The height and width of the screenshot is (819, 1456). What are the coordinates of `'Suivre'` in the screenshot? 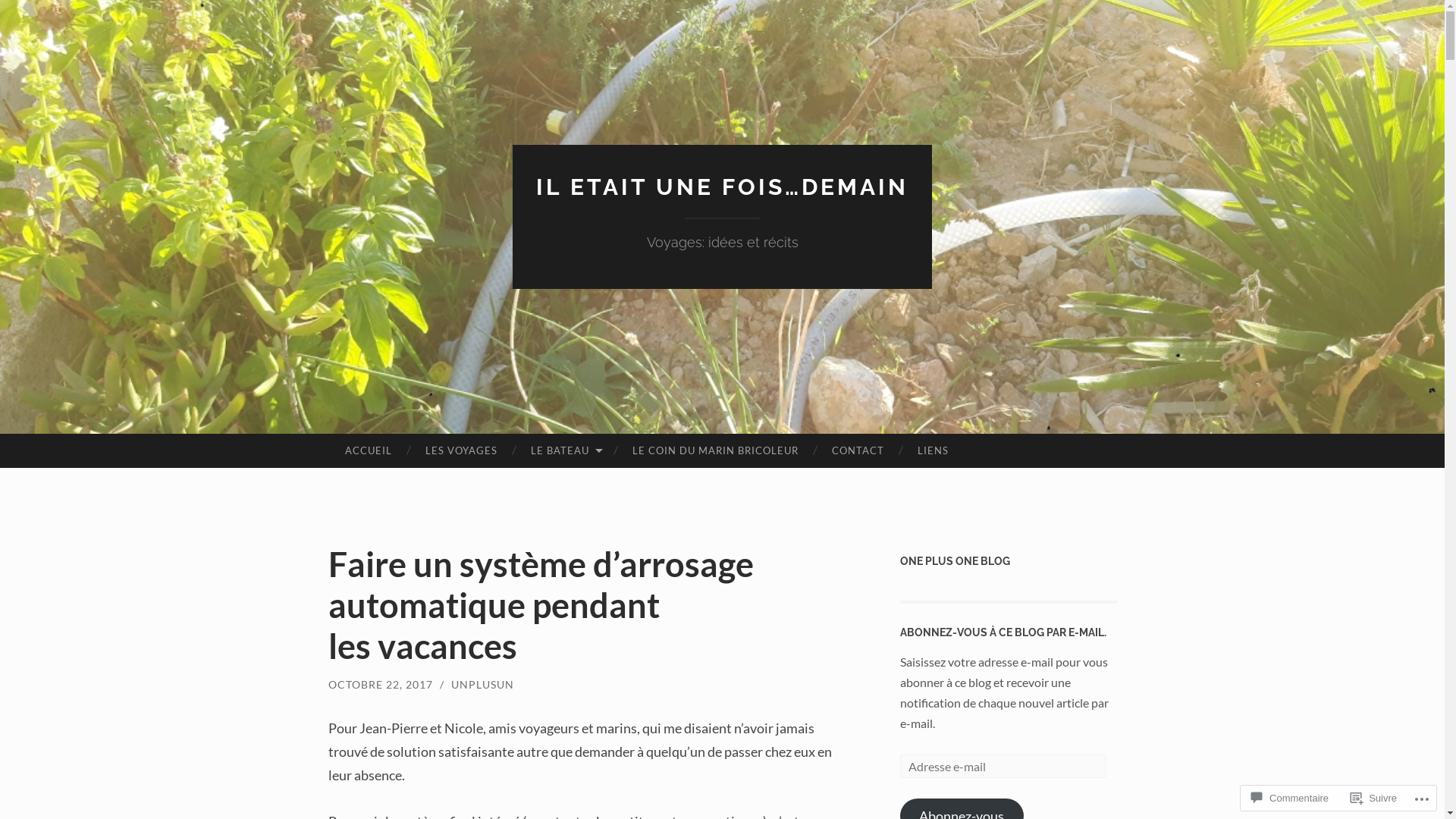 It's located at (1373, 797).